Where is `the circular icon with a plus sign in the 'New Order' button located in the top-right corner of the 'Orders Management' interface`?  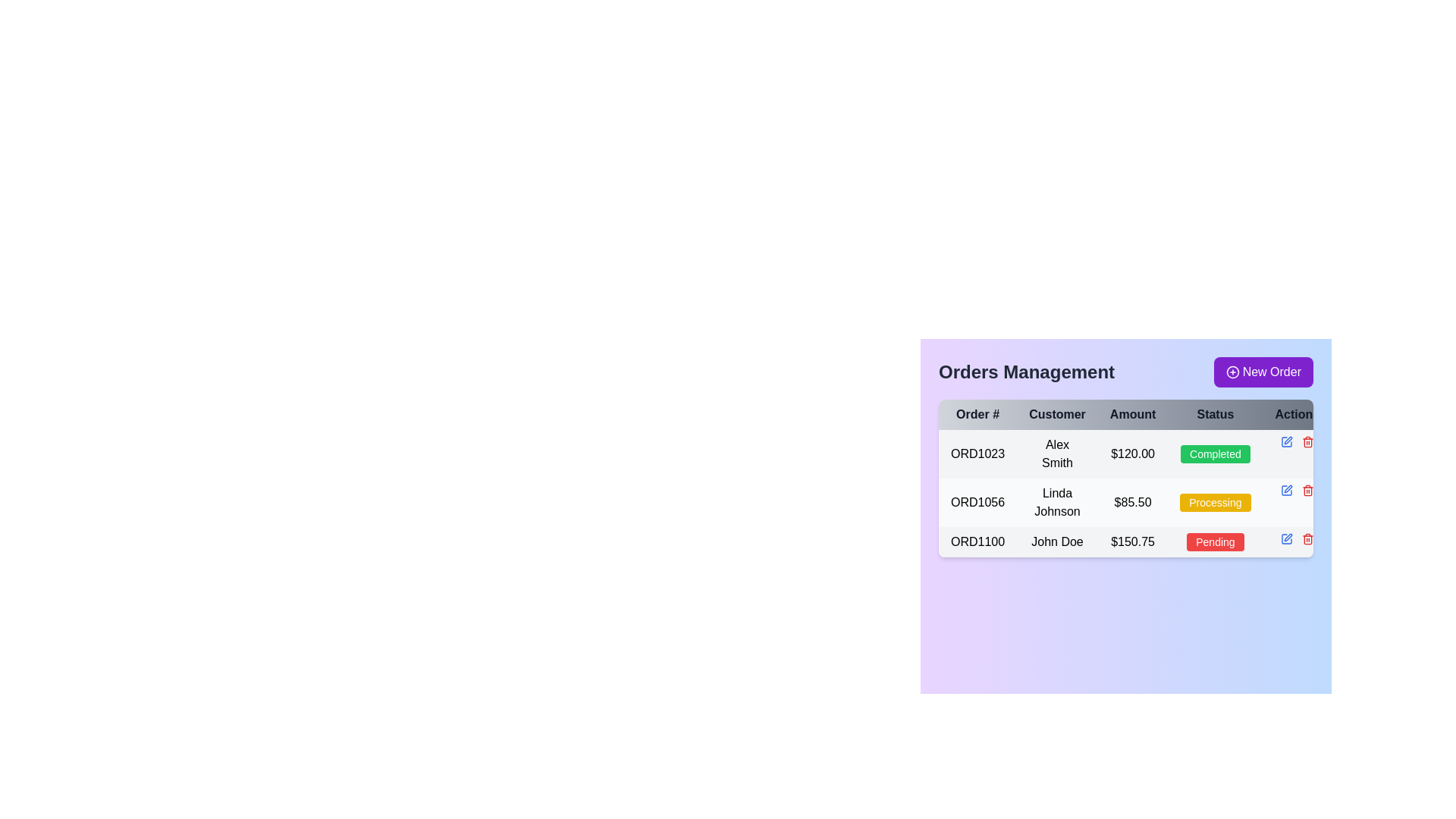 the circular icon with a plus sign in the 'New Order' button located in the top-right corner of the 'Orders Management' interface is located at coordinates (1232, 372).